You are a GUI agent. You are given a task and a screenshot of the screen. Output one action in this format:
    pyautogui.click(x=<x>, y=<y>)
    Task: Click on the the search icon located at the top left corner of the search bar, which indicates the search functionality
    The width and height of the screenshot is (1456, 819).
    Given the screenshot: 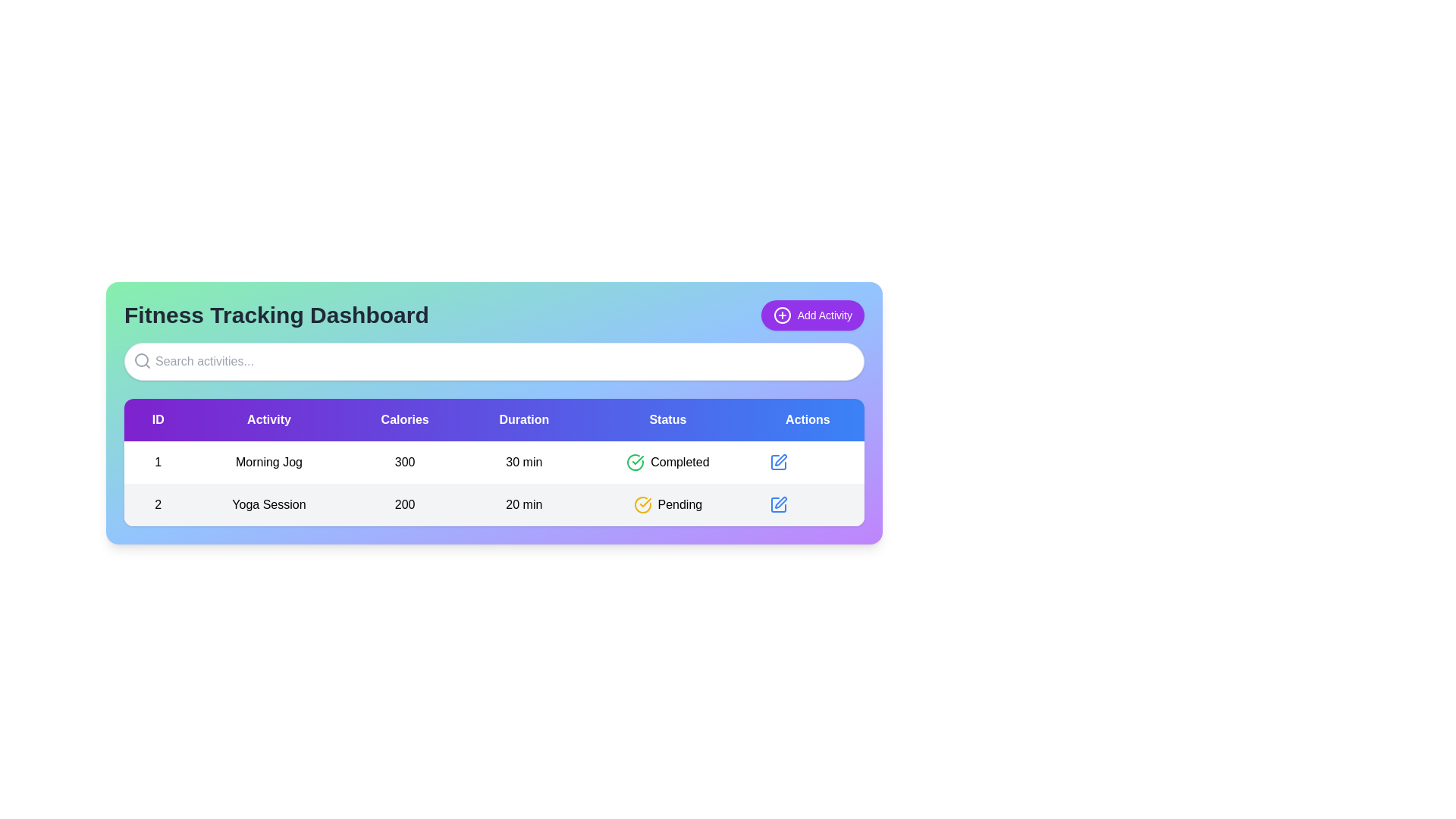 What is the action you would take?
    pyautogui.click(x=142, y=360)
    